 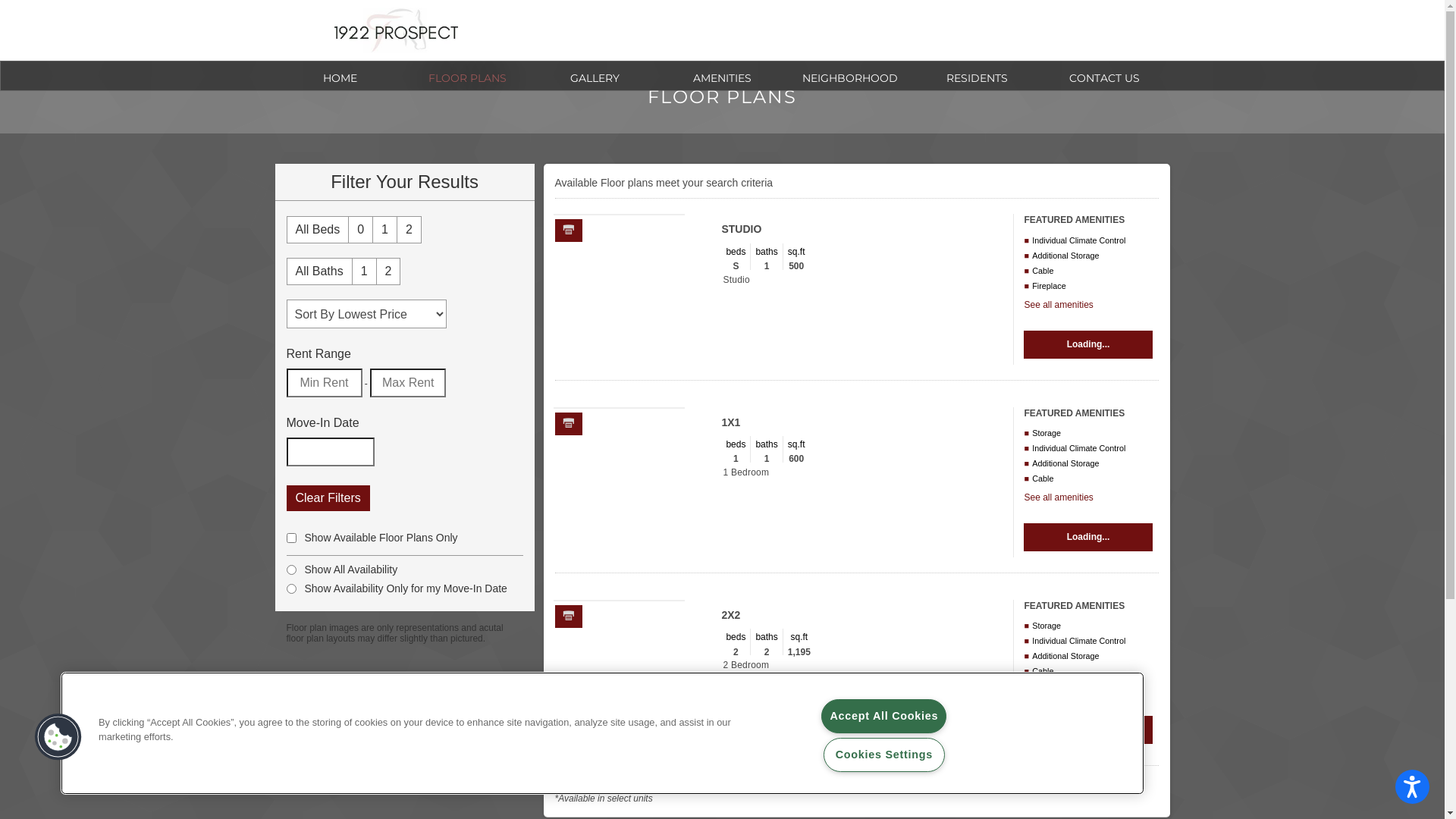 I want to click on '0', so click(x=359, y=230).